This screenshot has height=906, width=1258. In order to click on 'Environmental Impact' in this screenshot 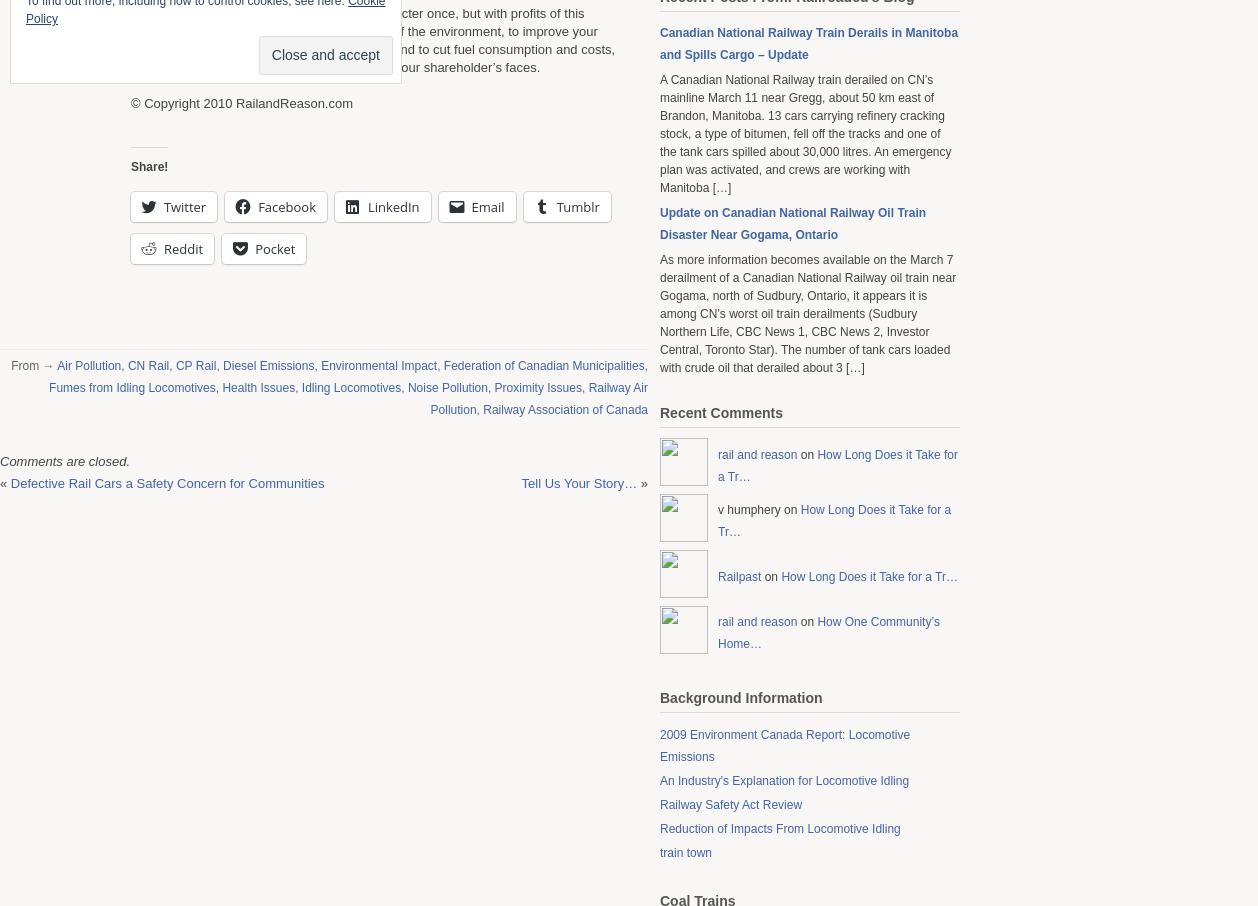, I will do `click(378, 364)`.